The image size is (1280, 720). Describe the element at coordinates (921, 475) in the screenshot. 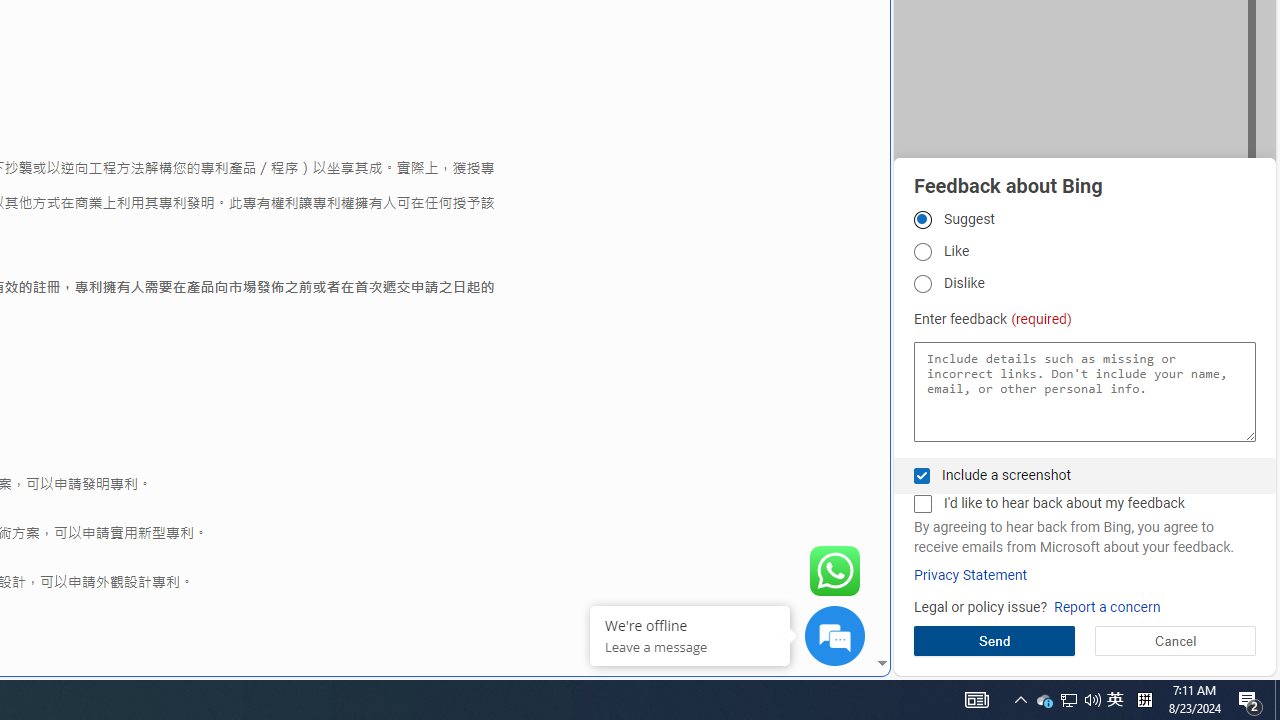

I see `'Include a screenshot'` at that location.